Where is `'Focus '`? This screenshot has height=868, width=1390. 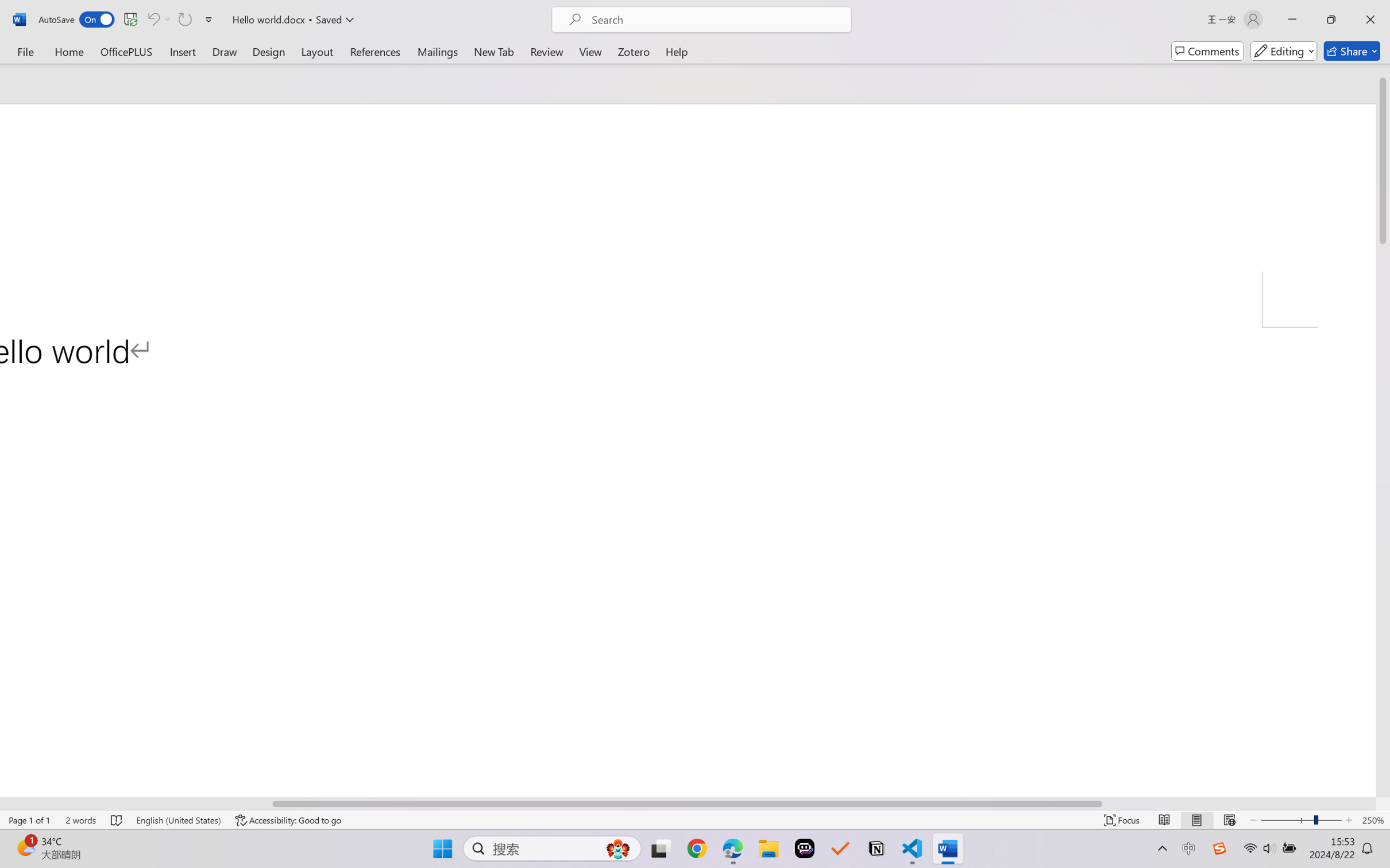
'Focus ' is located at coordinates (1122, 820).